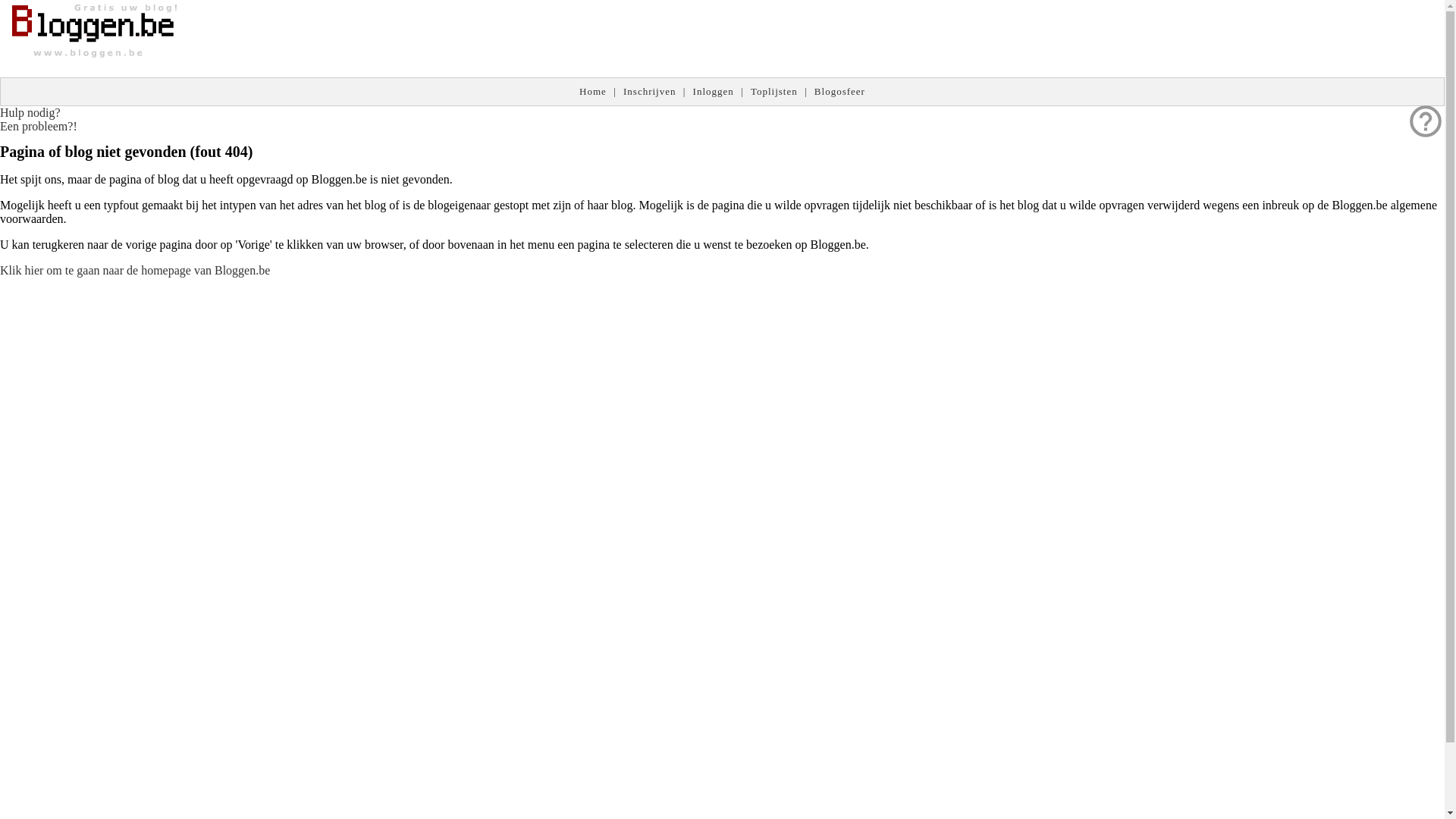  I want to click on 'Blogosfeer', so click(839, 91).